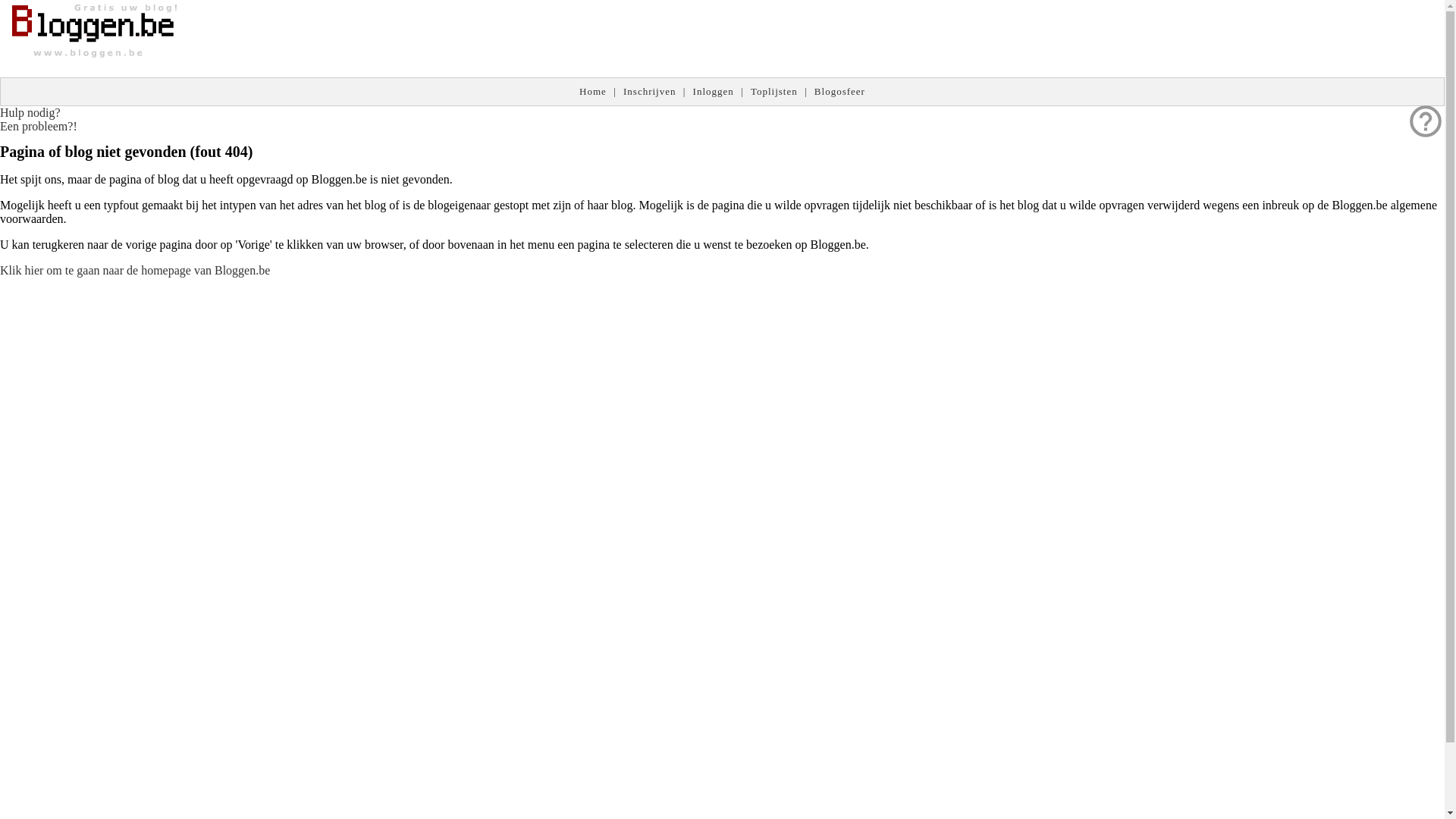  I want to click on 'Blogosfeer', so click(839, 91).